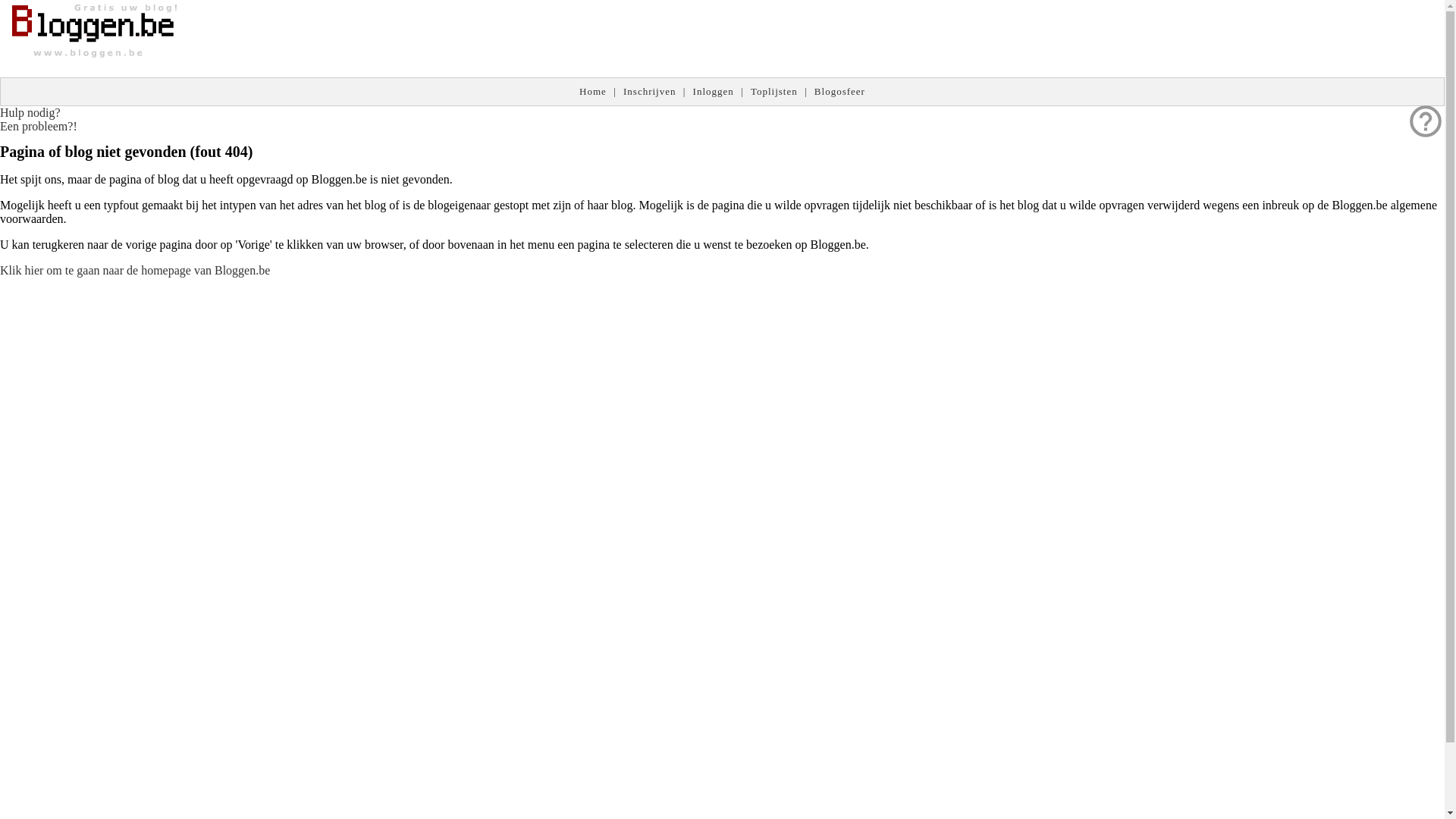  I want to click on 'Blogosfeer', so click(839, 91).